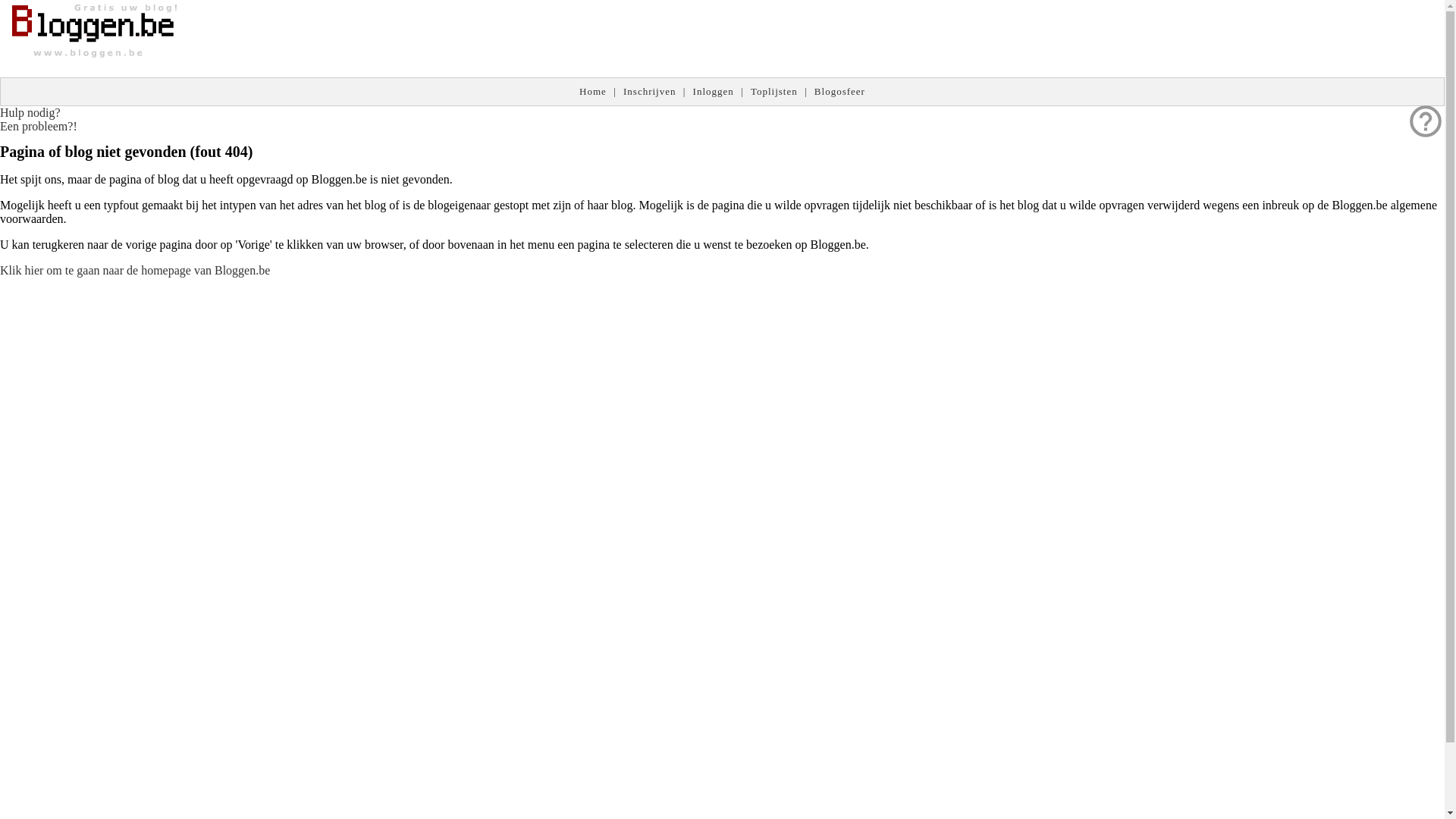  I want to click on 'Blogosfeer', so click(839, 91).